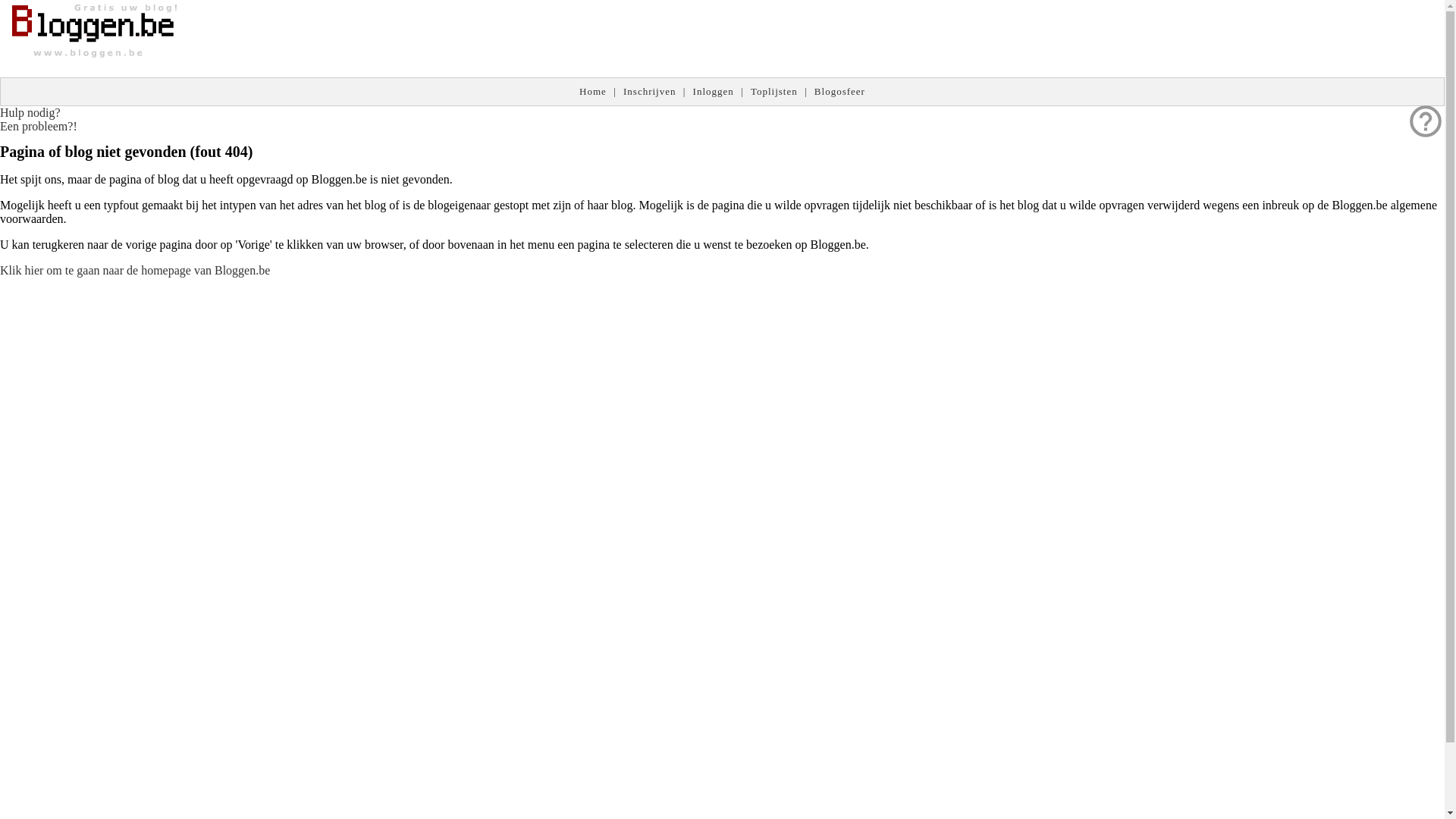  I want to click on 'Blogosfeer', so click(839, 91).